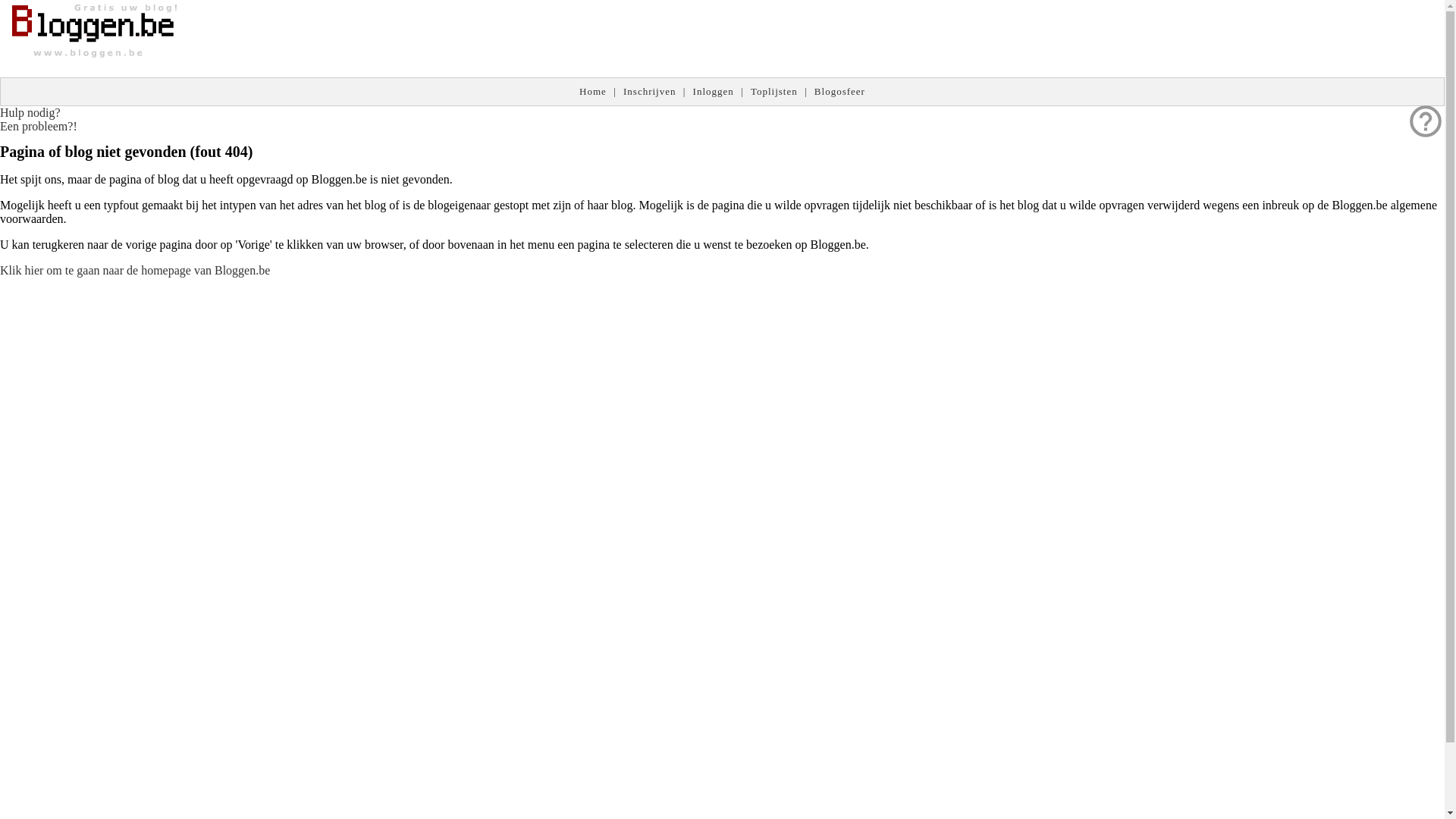  I want to click on 'Blogosfeer', so click(839, 91).